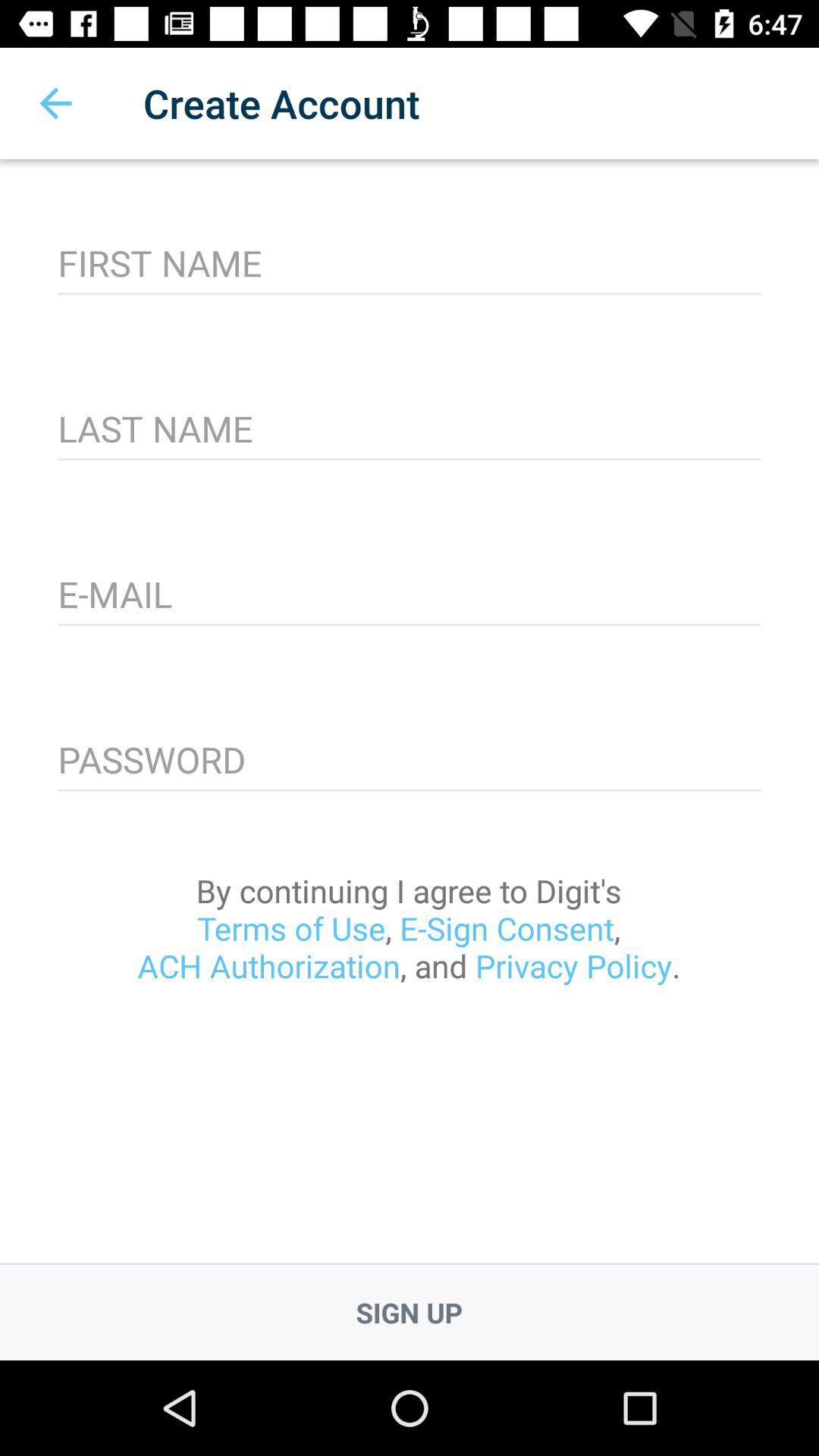 This screenshot has width=819, height=1456. Describe the element at coordinates (409, 1312) in the screenshot. I see `sign up icon` at that location.